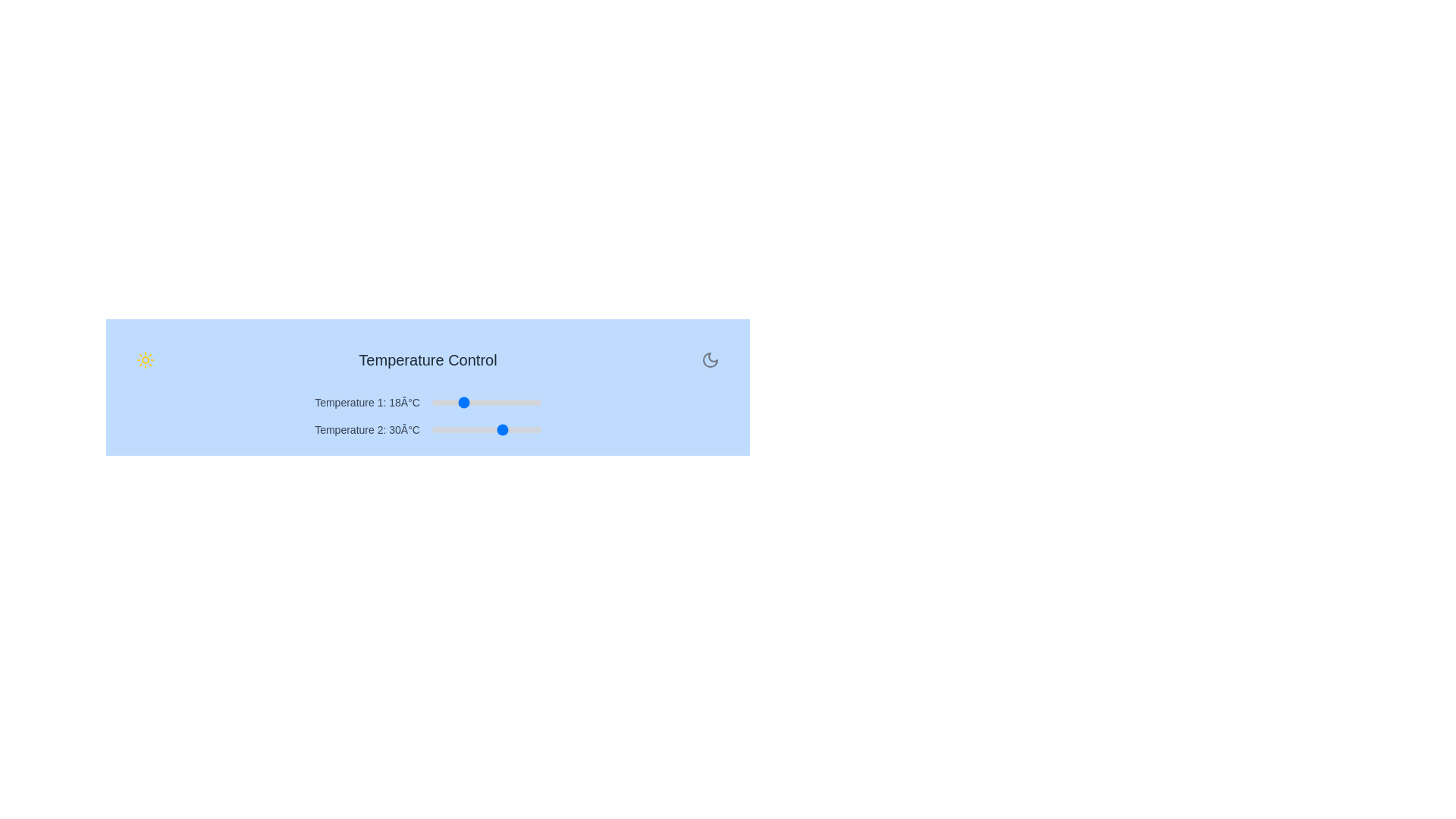 The width and height of the screenshot is (1456, 819). What do you see at coordinates (457, 402) in the screenshot?
I see `Temperature 1` at bounding box center [457, 402].